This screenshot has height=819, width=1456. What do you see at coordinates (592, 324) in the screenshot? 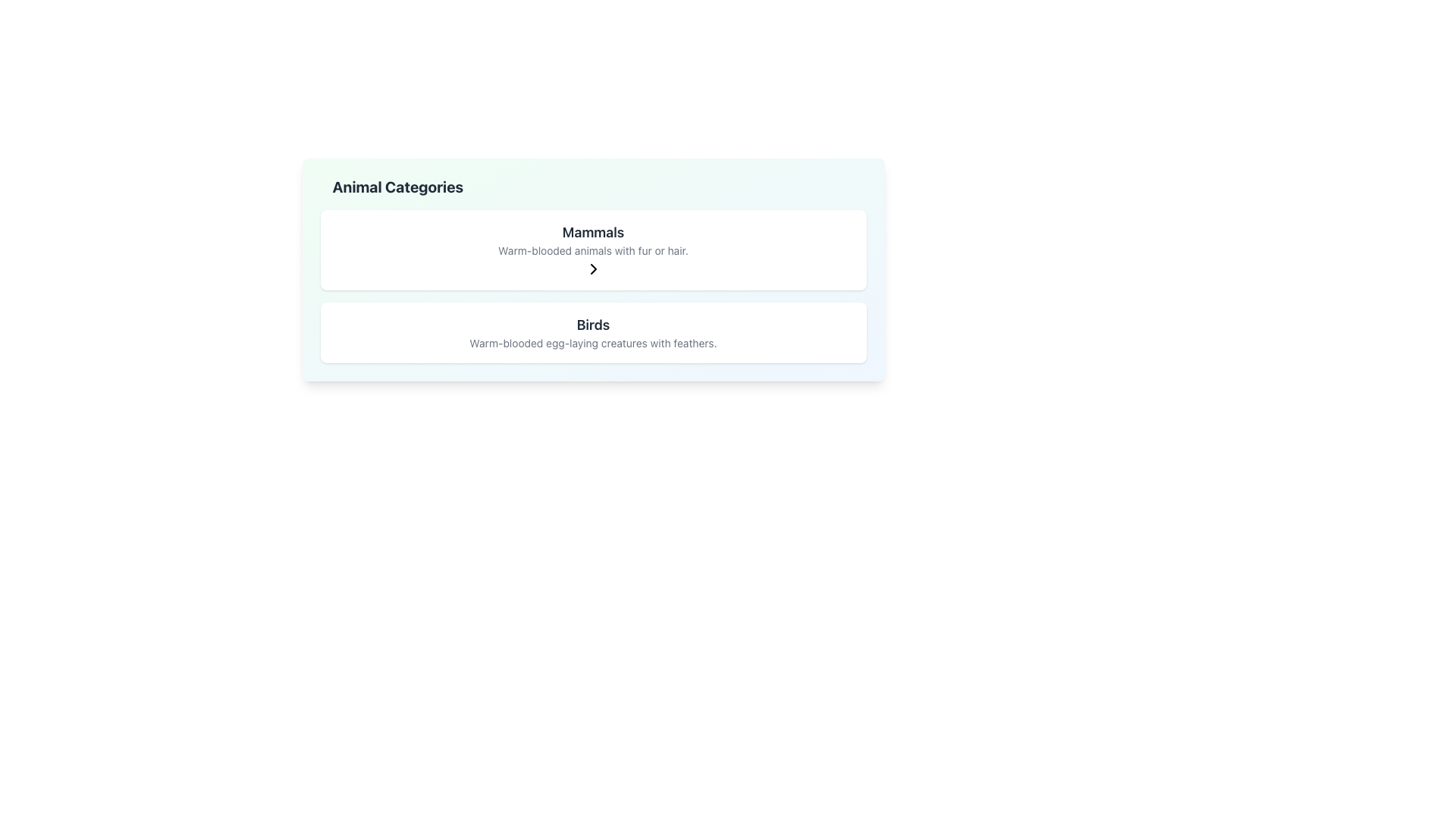
I see `the text element titled 'Birds'` at bounding box center [592, 324].